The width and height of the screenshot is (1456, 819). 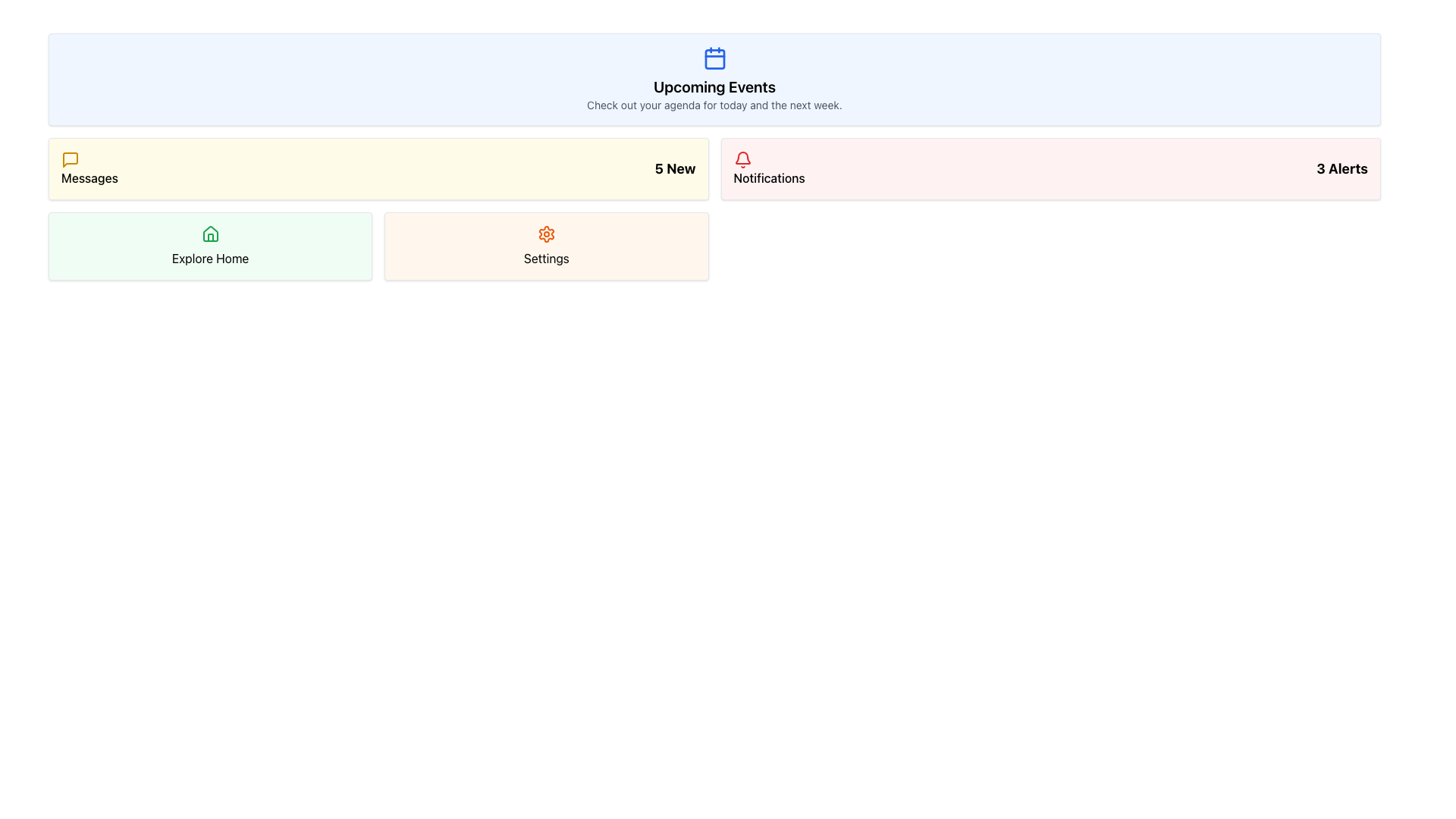 I want to click on the text label indicating messages, which is located in the upper left section of the interface, below a blue header area and above 'Explore Home' and 'Settings', so click(x=89, y=177).